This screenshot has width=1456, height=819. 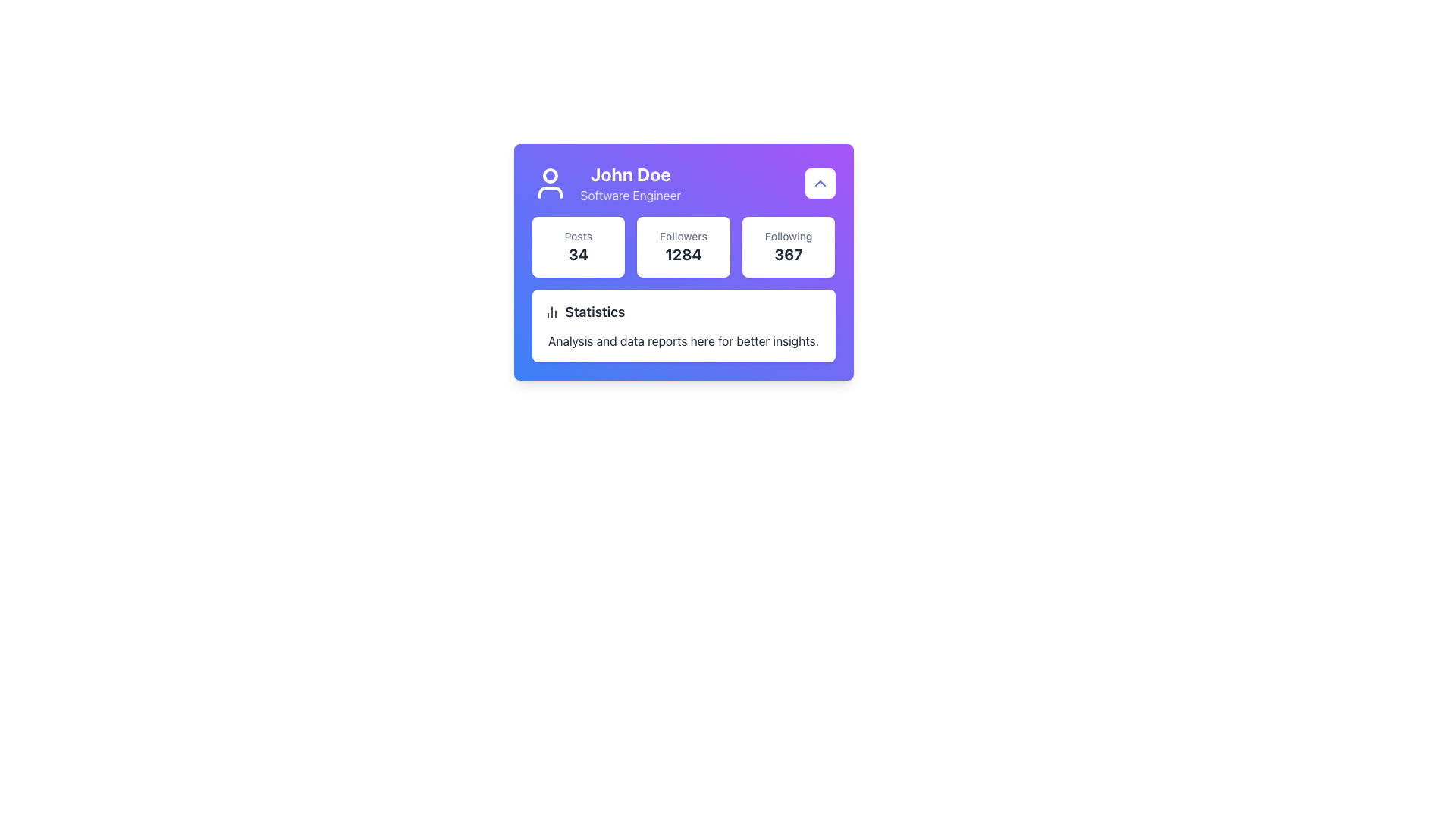 What do you see at coordinates (682, 237) in the screenshot?
I see `the Text Label that indicates the count of followers, positioned above the number 1284 in the user statistics card` at bounding box center [682, 237].